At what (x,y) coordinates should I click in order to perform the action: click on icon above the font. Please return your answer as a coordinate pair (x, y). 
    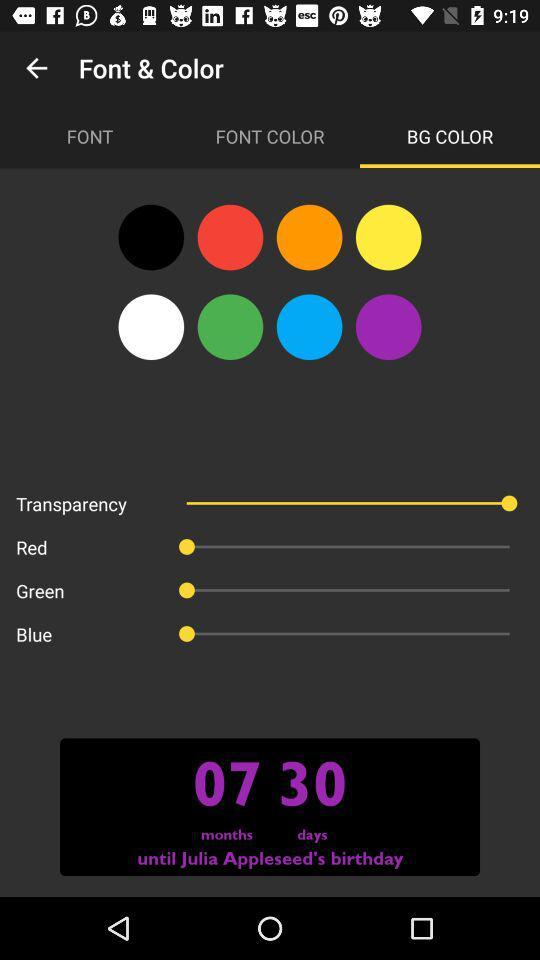
    Looking at the image, I should click on (36, 68).